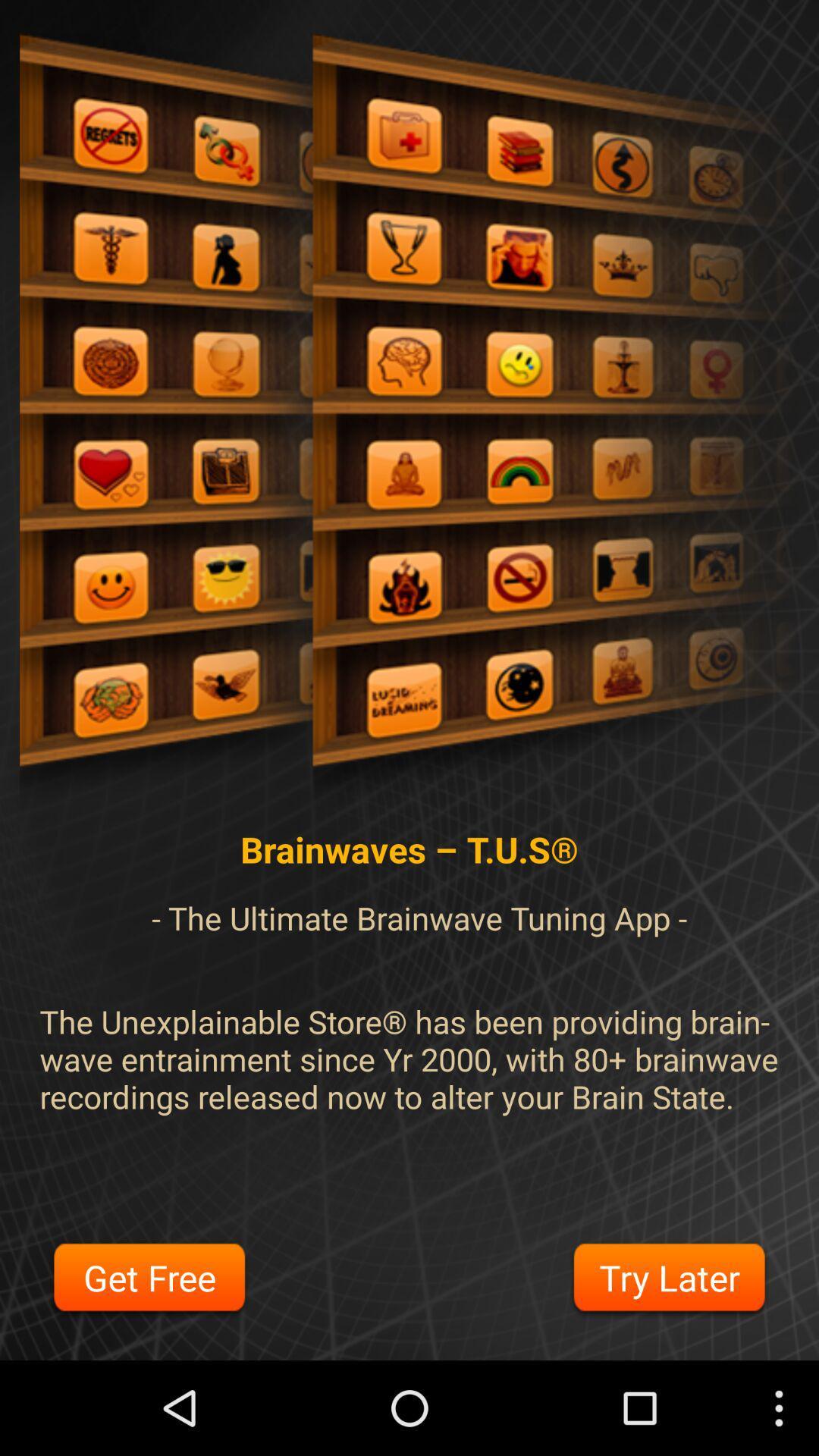 This screenshot has width=819, height=1456. I want to click on button next to the get free button, so click(668, 1280).